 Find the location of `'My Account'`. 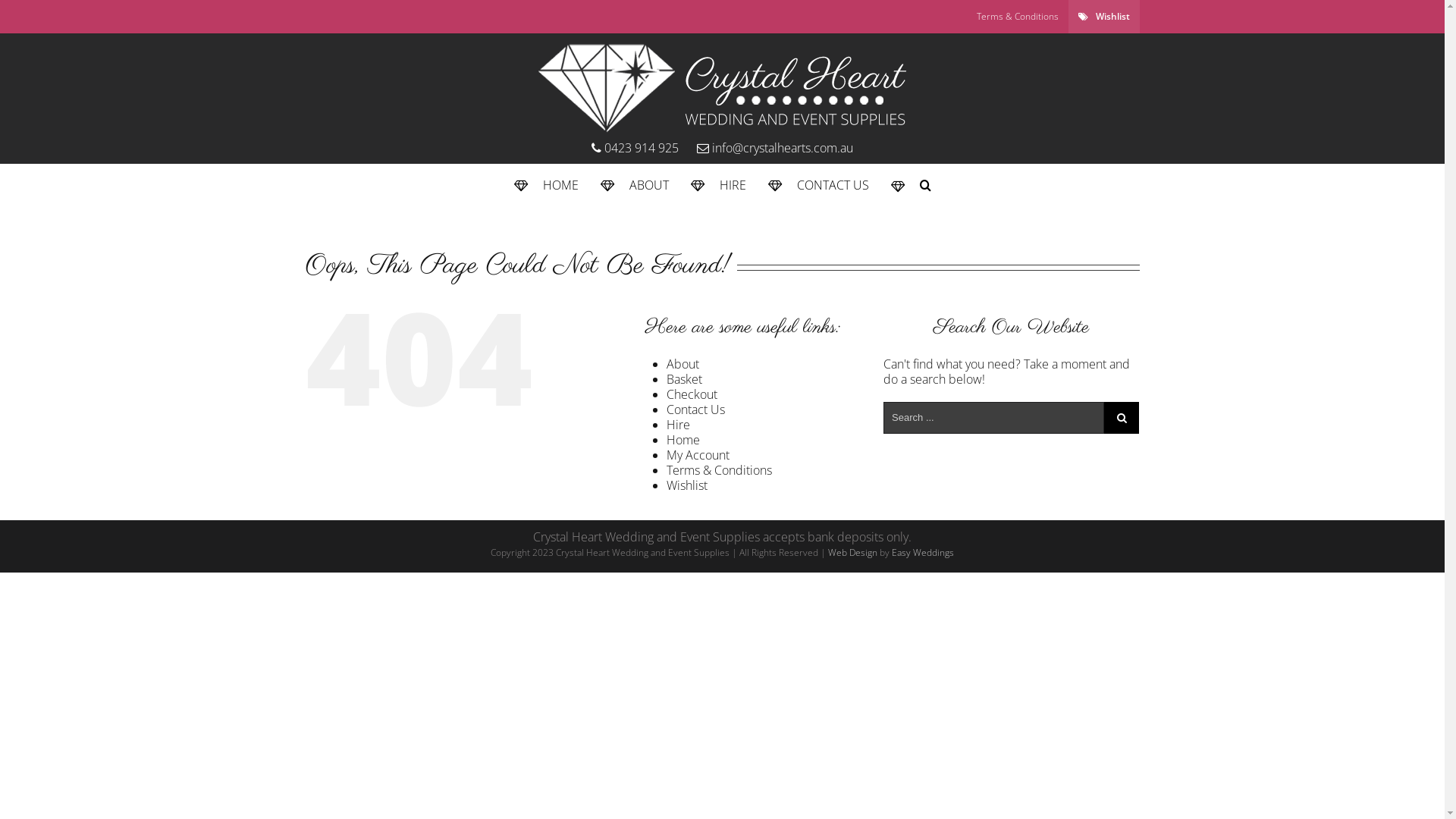

'My Account' is located at coordinates (697, 454).